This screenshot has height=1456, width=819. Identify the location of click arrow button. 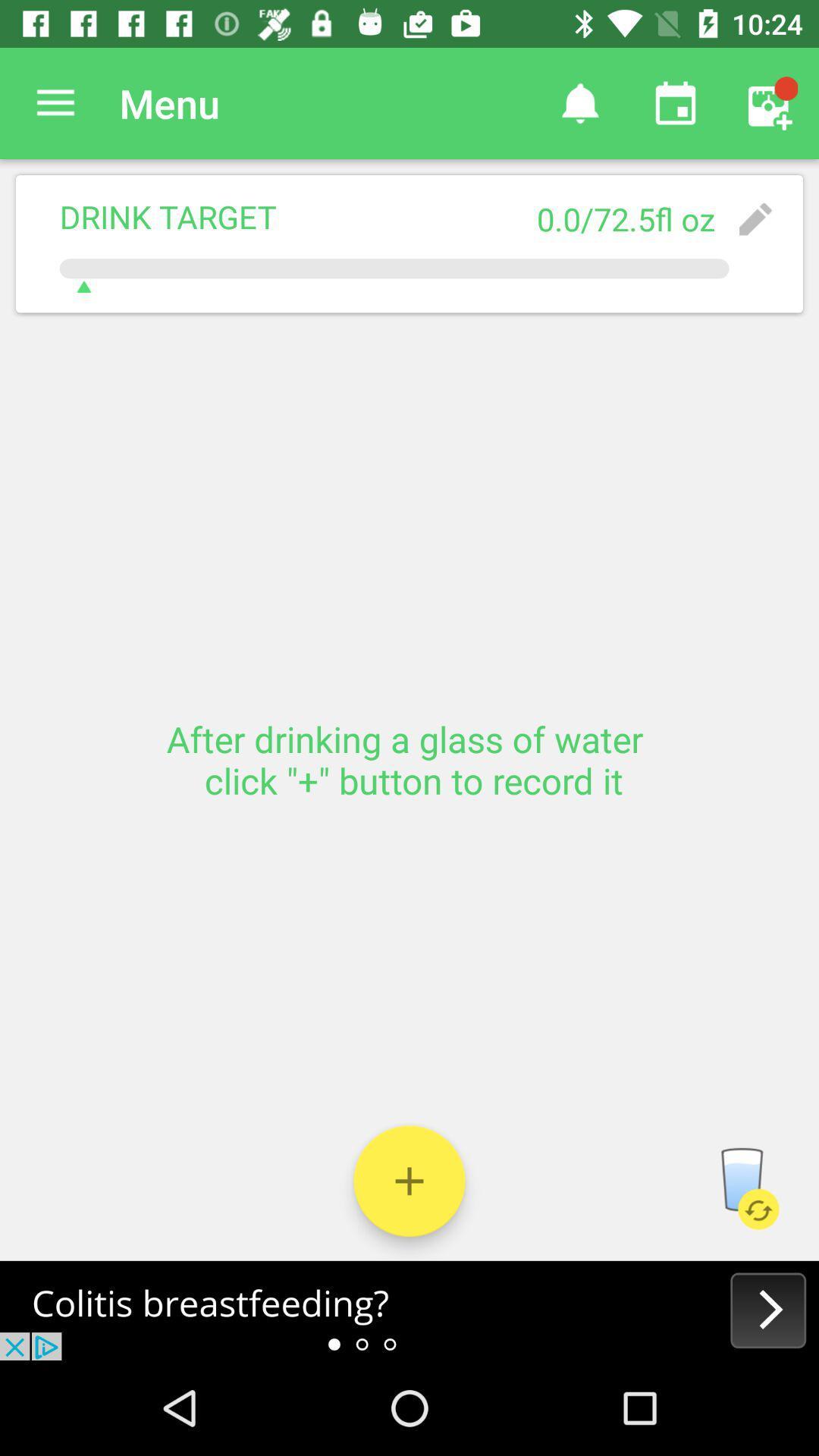
(409, 1310).